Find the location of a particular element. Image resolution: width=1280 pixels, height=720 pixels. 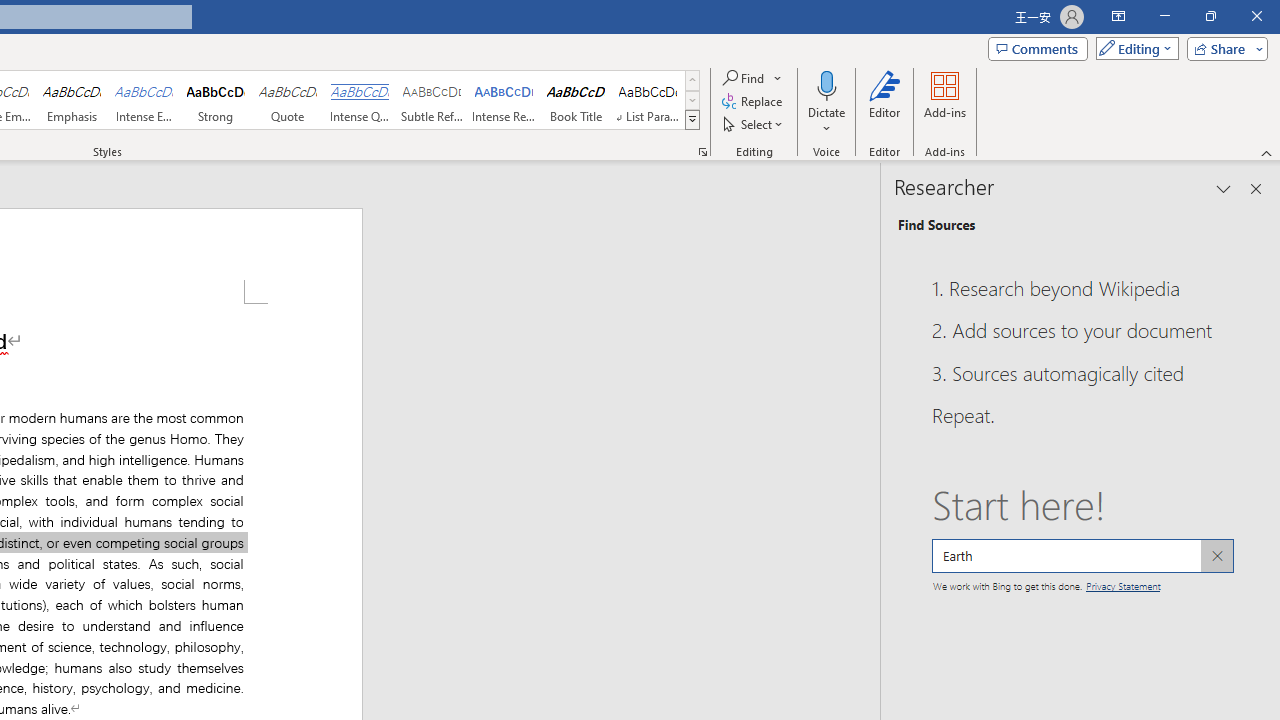

'Find Sources' is located at coordinates (935, 225).